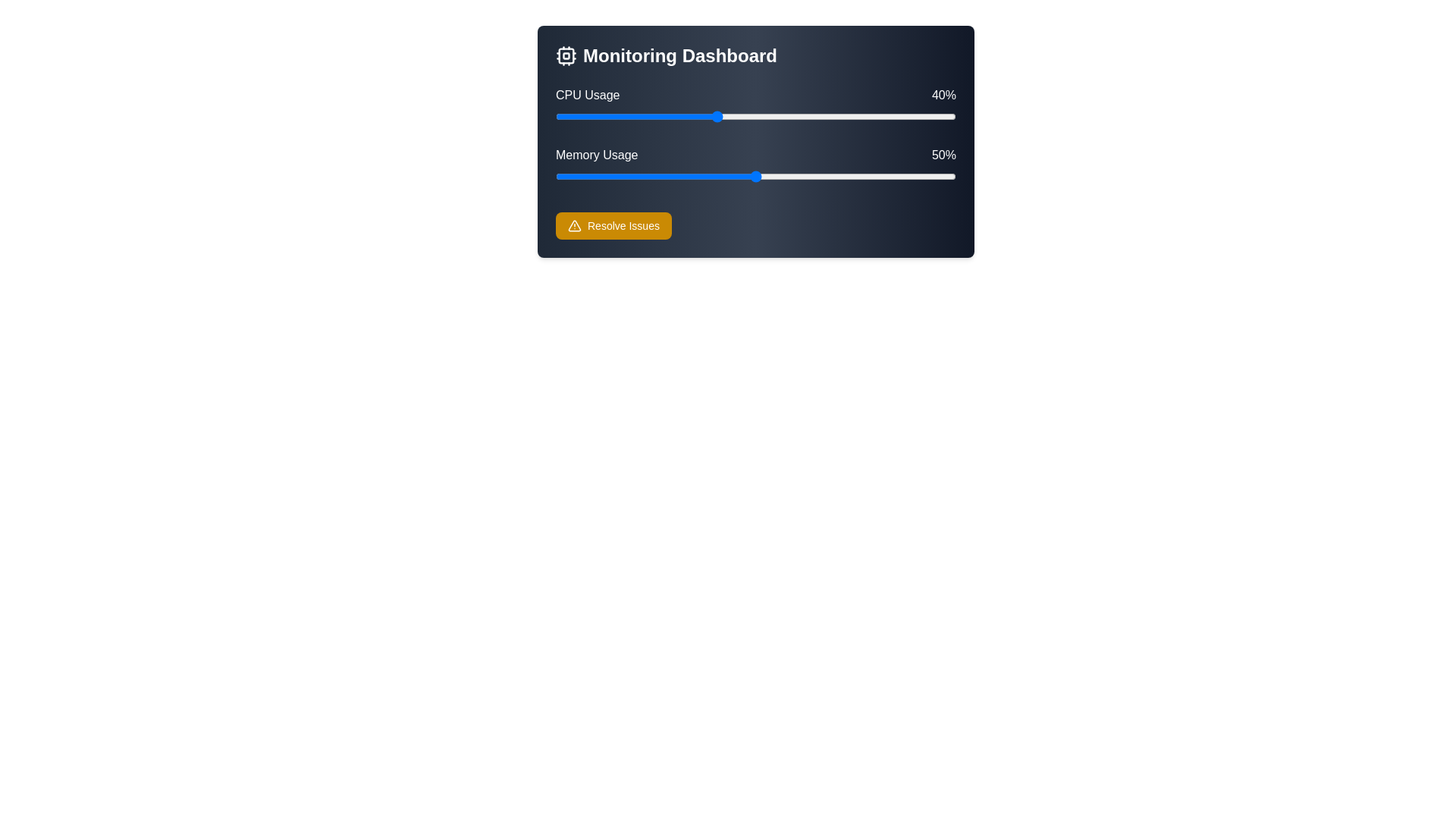  I want to click on the text label displaying '50%' which indicates memory usage, located at the right end of the horizontal layout in the monitoring dashboard, so click(943, 155).